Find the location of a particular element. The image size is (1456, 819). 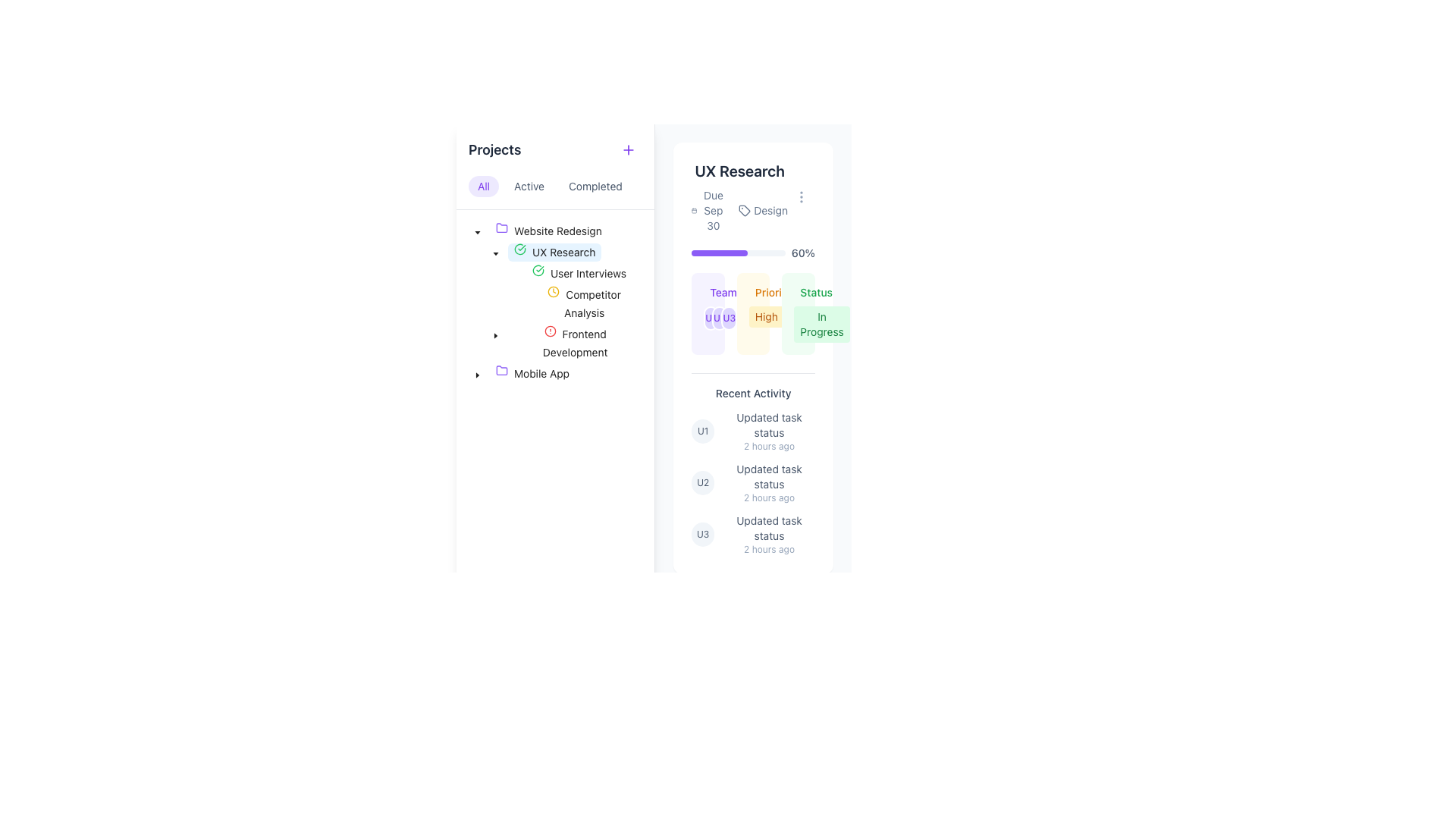

the first circular Avatar or Label element representing a user or participant, located at the far left of three similar elements adjacent to 'U2' and 'U3' is located at coordinates (710, 318).